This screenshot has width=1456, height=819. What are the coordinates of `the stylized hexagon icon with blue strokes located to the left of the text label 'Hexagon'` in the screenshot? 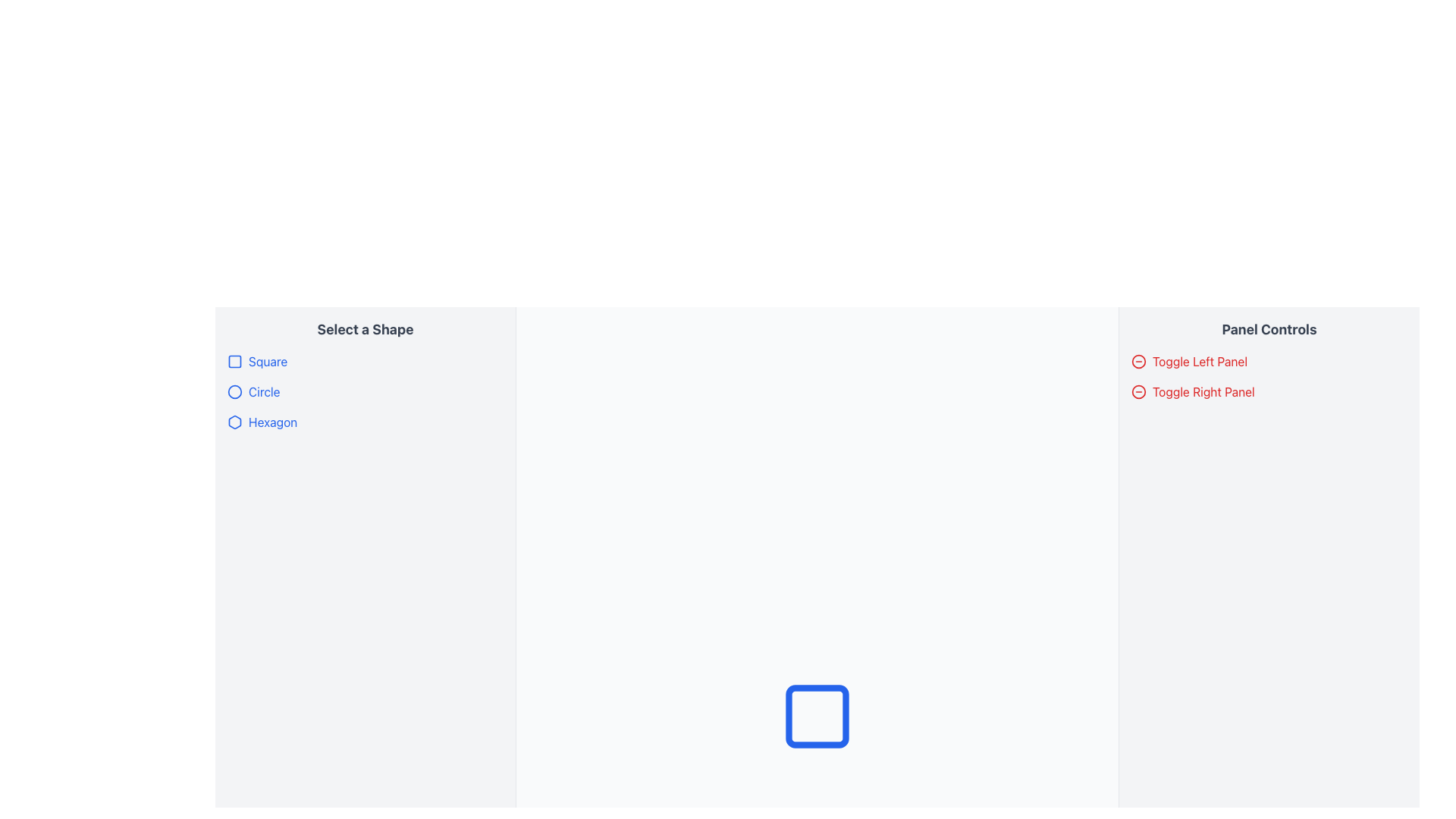 It's located at (234, 422).